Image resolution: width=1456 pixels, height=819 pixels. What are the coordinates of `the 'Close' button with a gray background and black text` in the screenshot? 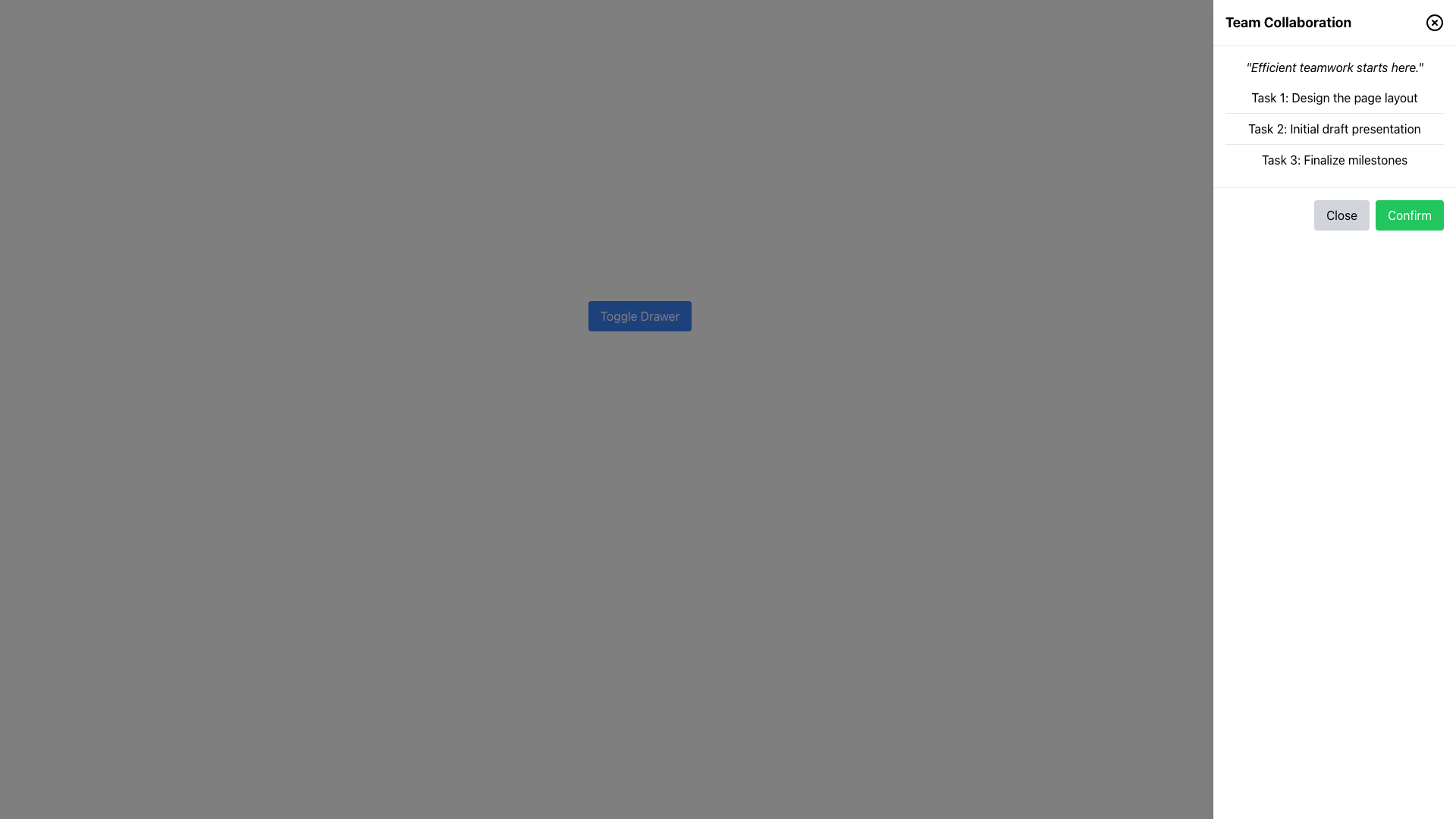 It's located at (1341, 215).